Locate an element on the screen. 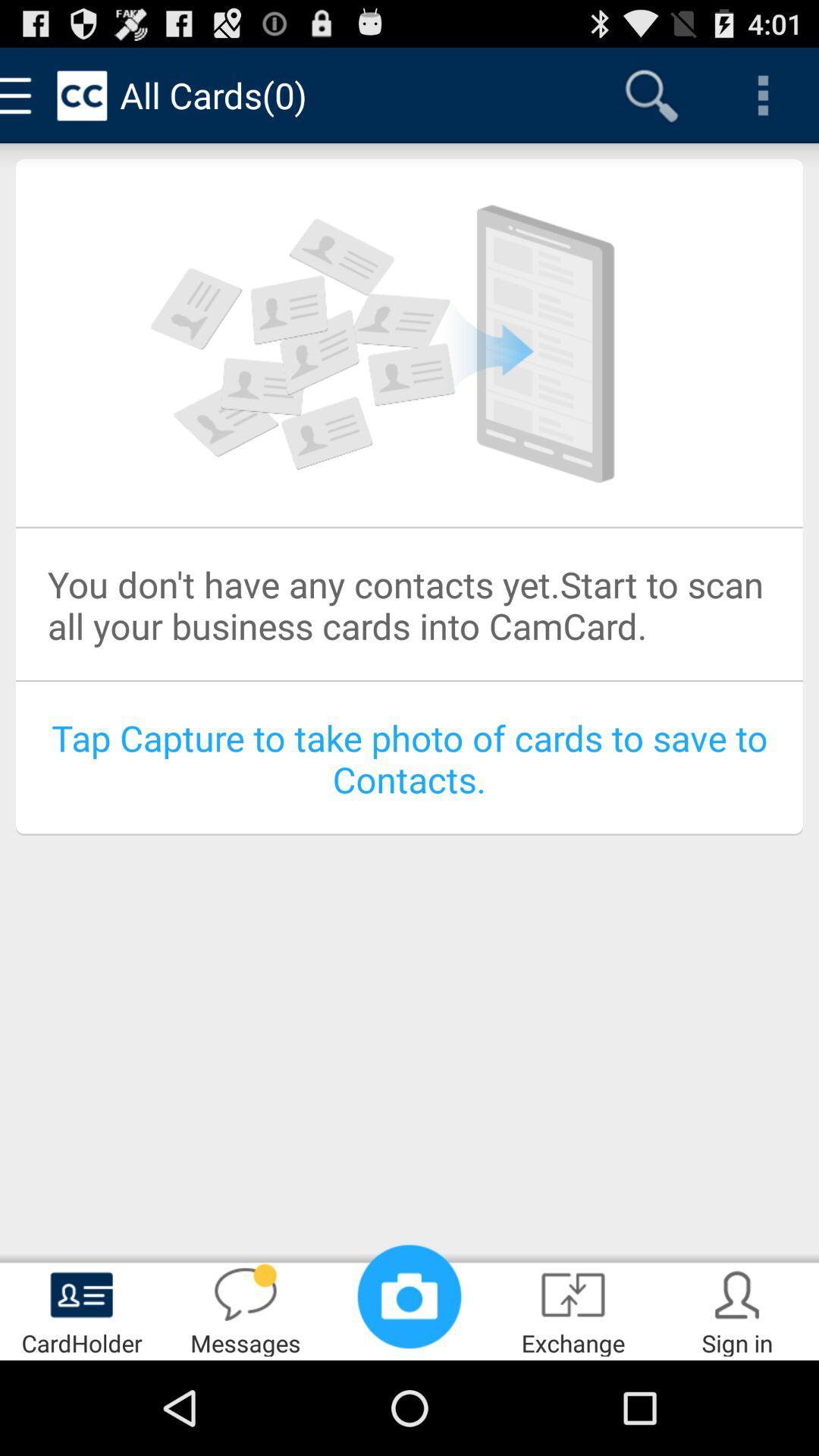  the cardholder app is located at coordinates (82, 1309).